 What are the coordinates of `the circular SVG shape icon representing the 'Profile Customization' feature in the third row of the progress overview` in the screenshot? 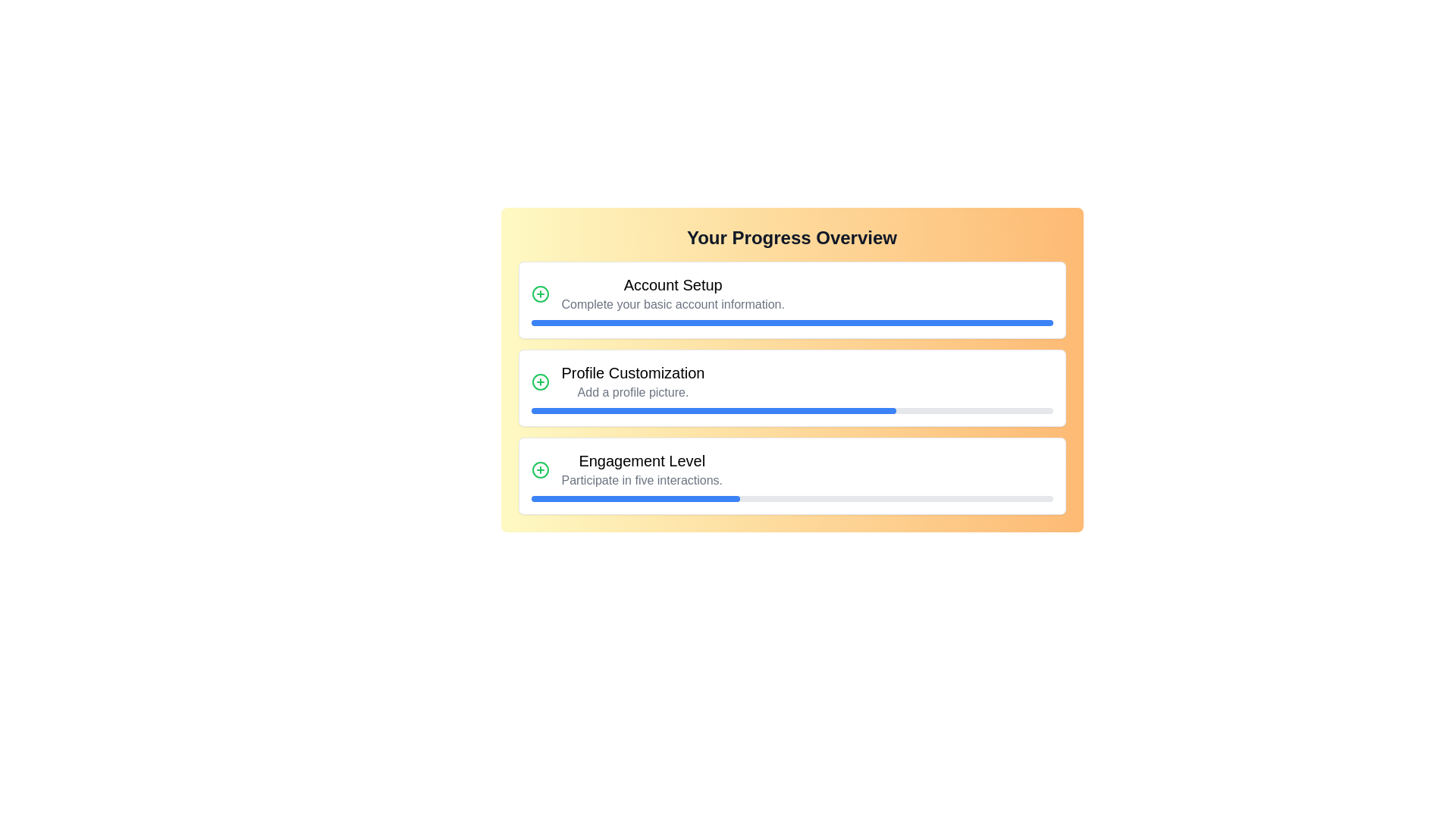 It's located at (540, 381).